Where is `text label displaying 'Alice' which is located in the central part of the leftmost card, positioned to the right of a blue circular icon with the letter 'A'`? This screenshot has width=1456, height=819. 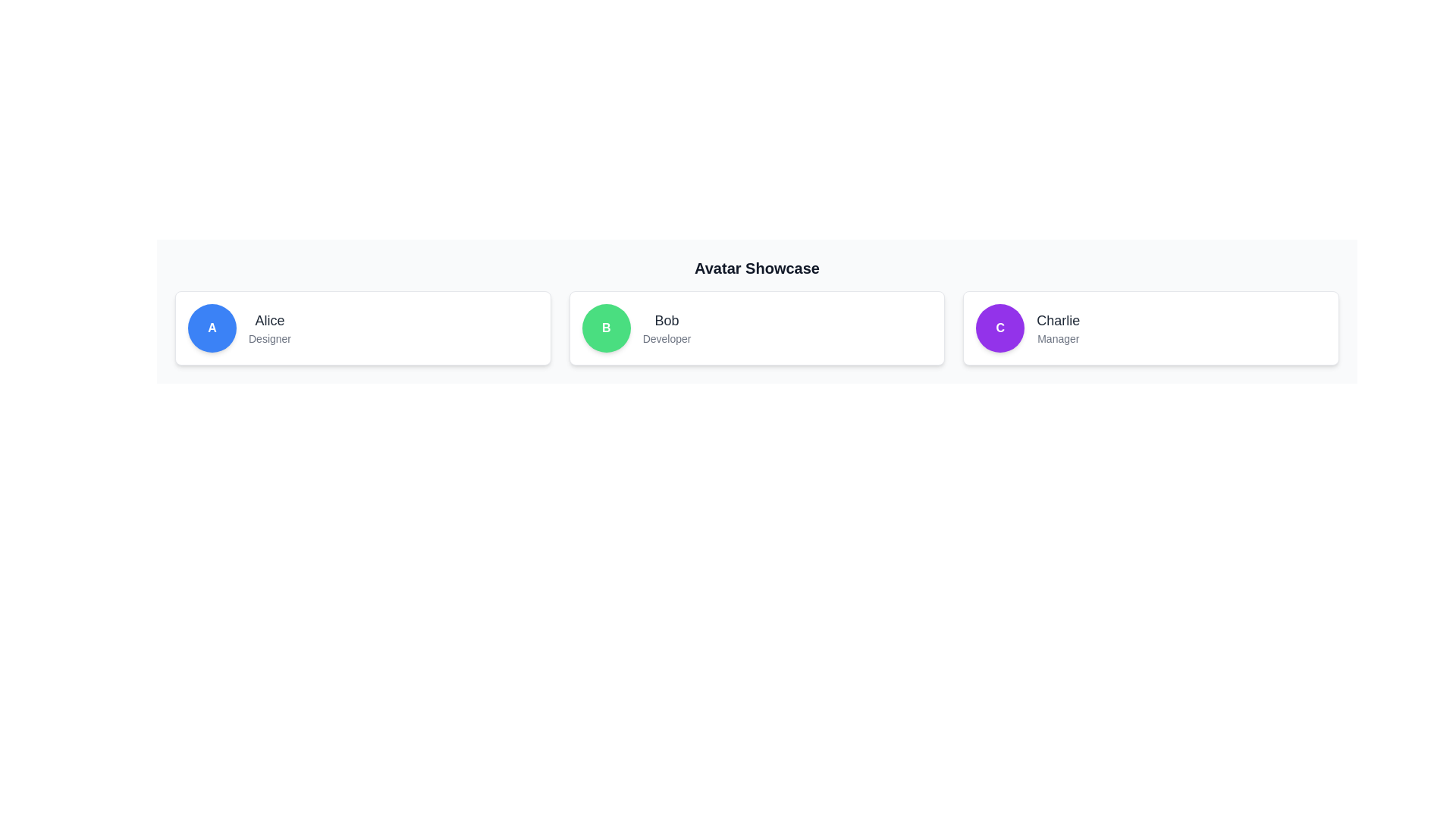
text label displaying 'Alice' which is located in the central part of the leftmost card, positioned to the right of a blue circular icon with the letter 'A' is located at coordinates (269, 327).